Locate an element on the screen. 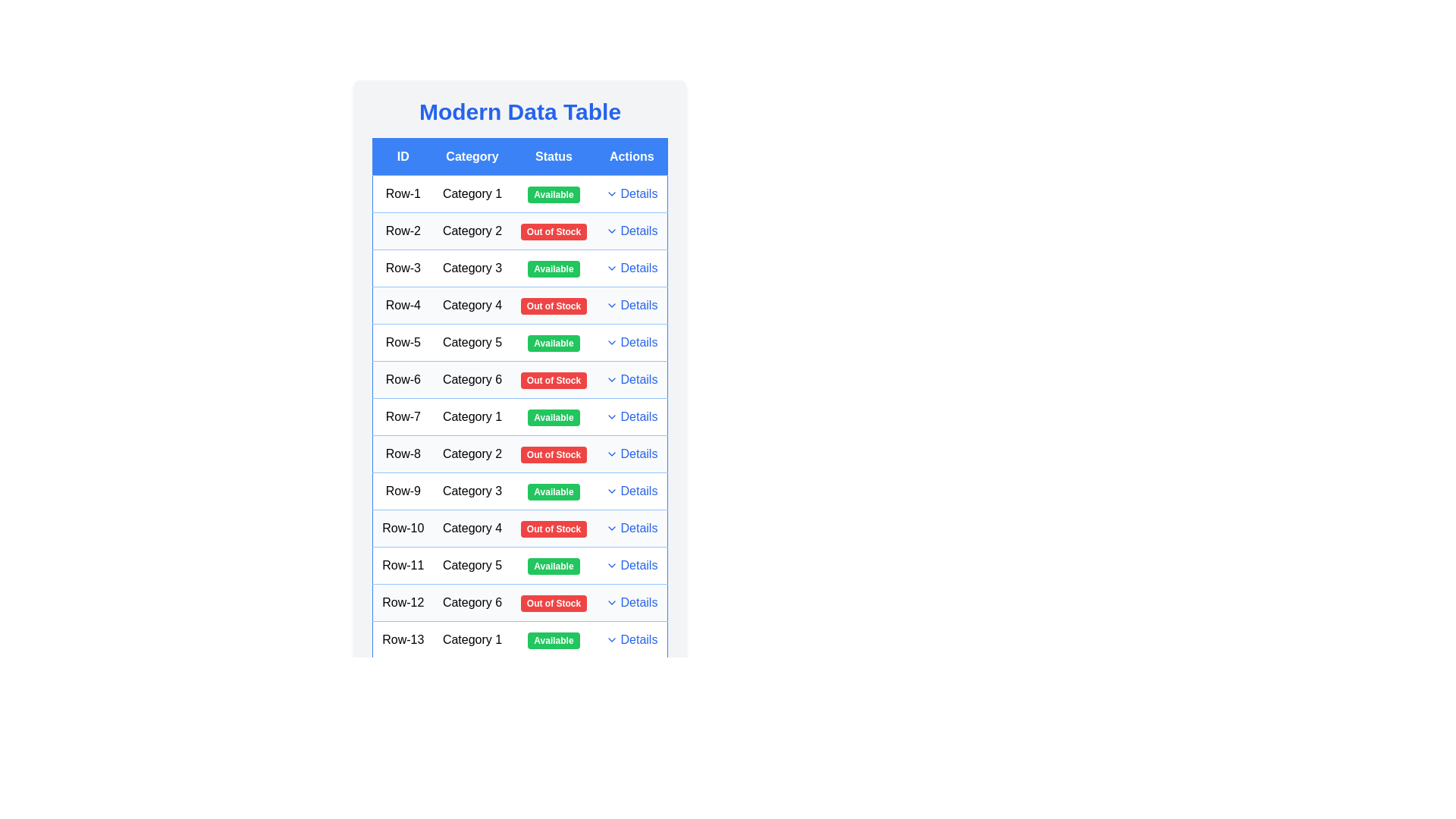  the table header Actions to sort or filter the column is located at coordinates (632, 157).